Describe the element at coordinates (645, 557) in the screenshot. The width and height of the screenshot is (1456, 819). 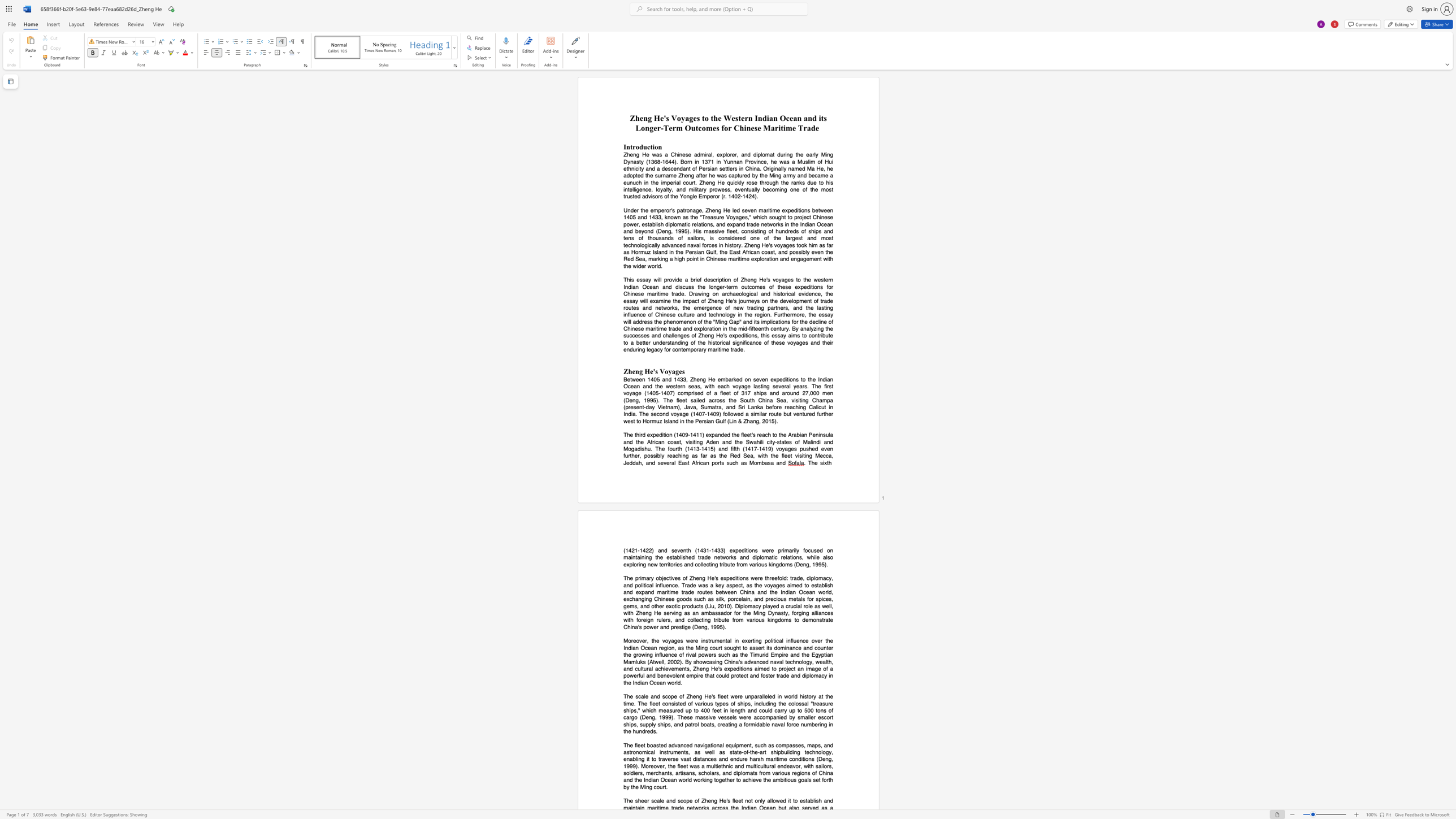
I see `the subset text "ng" within the text "maintaining"` at that location.